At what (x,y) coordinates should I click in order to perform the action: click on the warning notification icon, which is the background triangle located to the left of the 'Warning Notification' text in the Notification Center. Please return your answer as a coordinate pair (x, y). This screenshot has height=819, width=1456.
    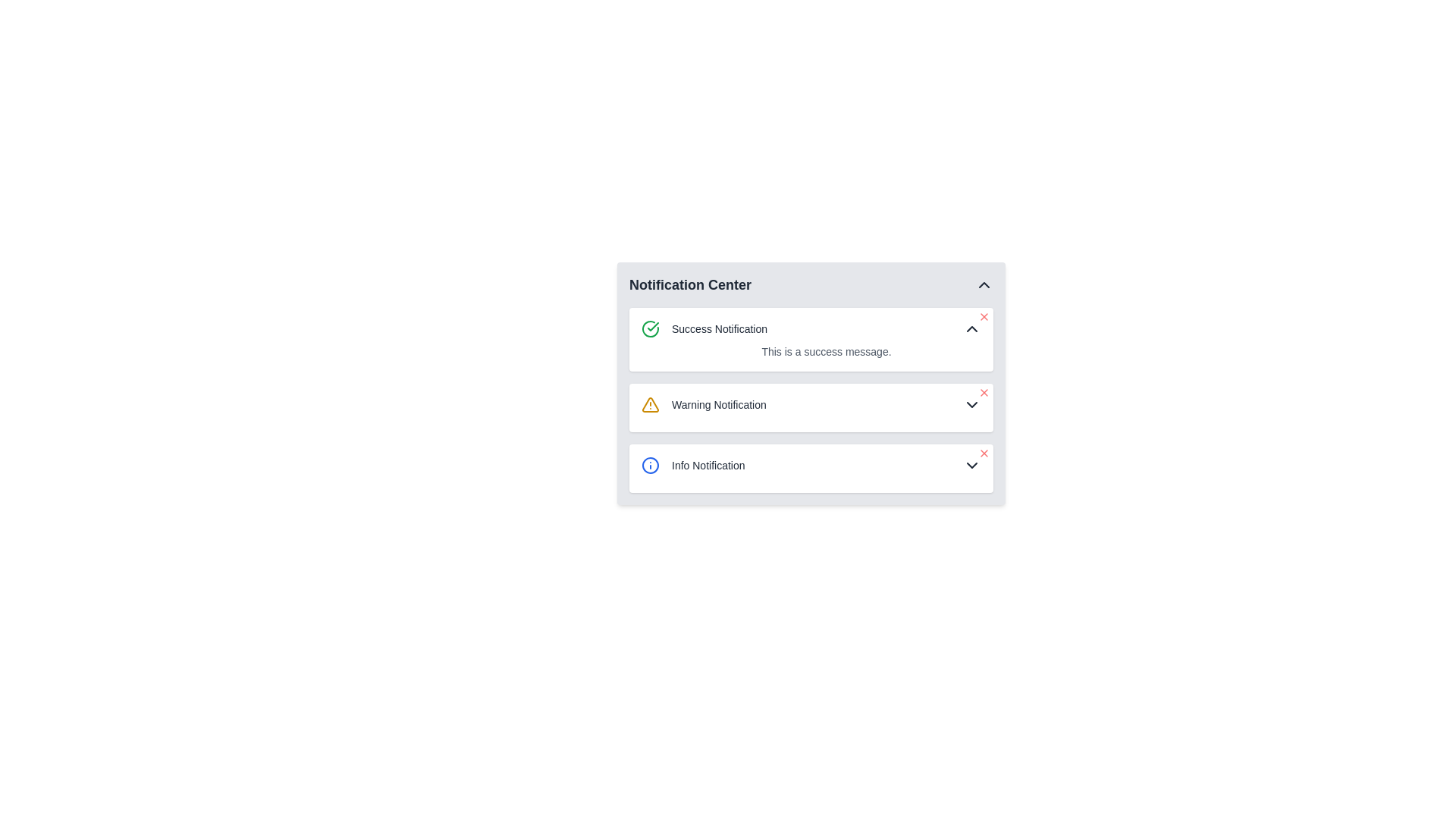
    Looking at the image, I should click on (651, 403).